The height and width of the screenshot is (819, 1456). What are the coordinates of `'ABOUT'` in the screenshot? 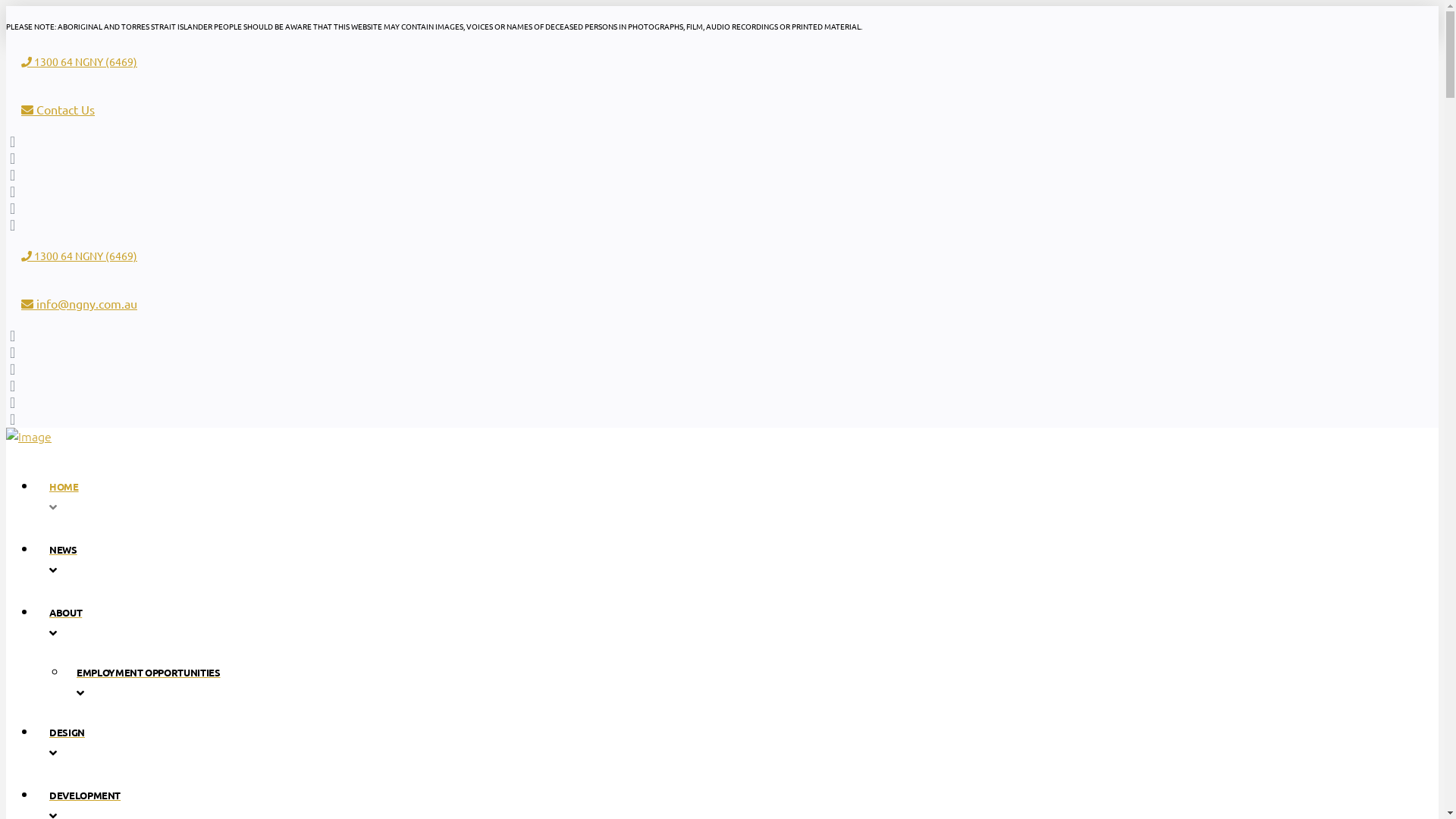 It's located at (475, 621).